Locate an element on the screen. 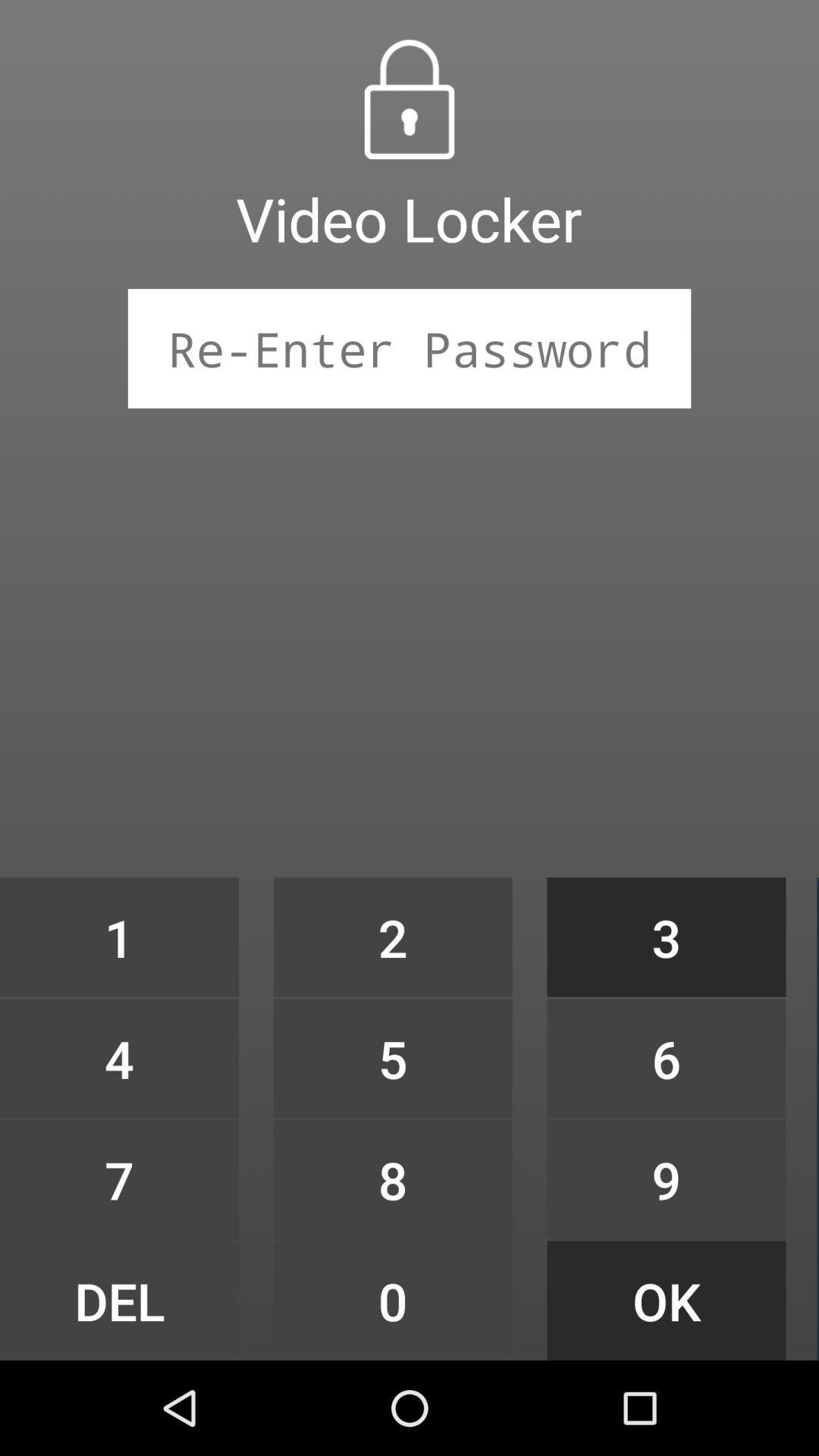  icon above 4 is located at coordinates (118, 937).